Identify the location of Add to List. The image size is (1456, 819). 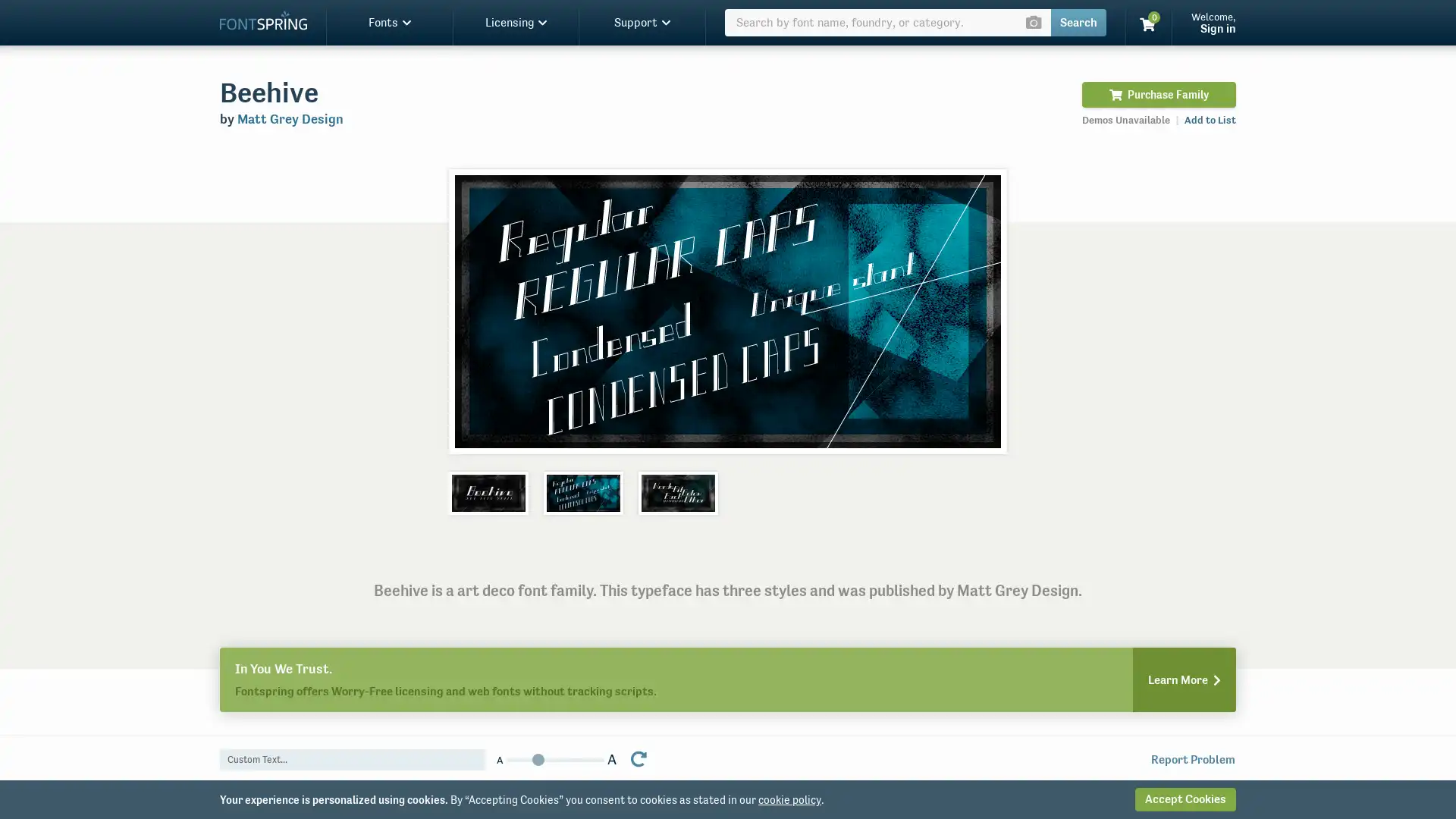
(1210, 119).